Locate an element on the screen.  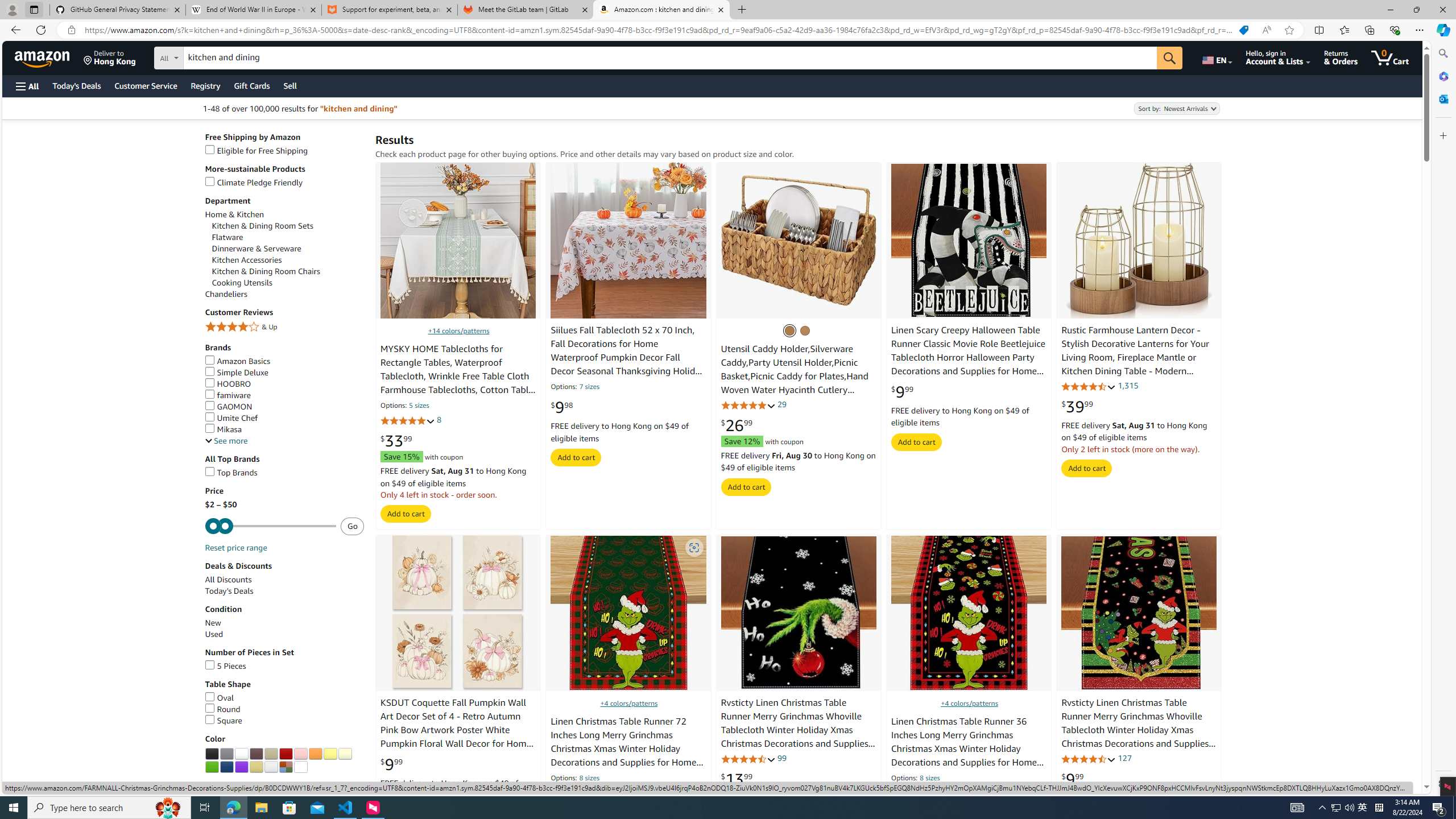
'Chandeliers' is located at coordinates (284, 293).